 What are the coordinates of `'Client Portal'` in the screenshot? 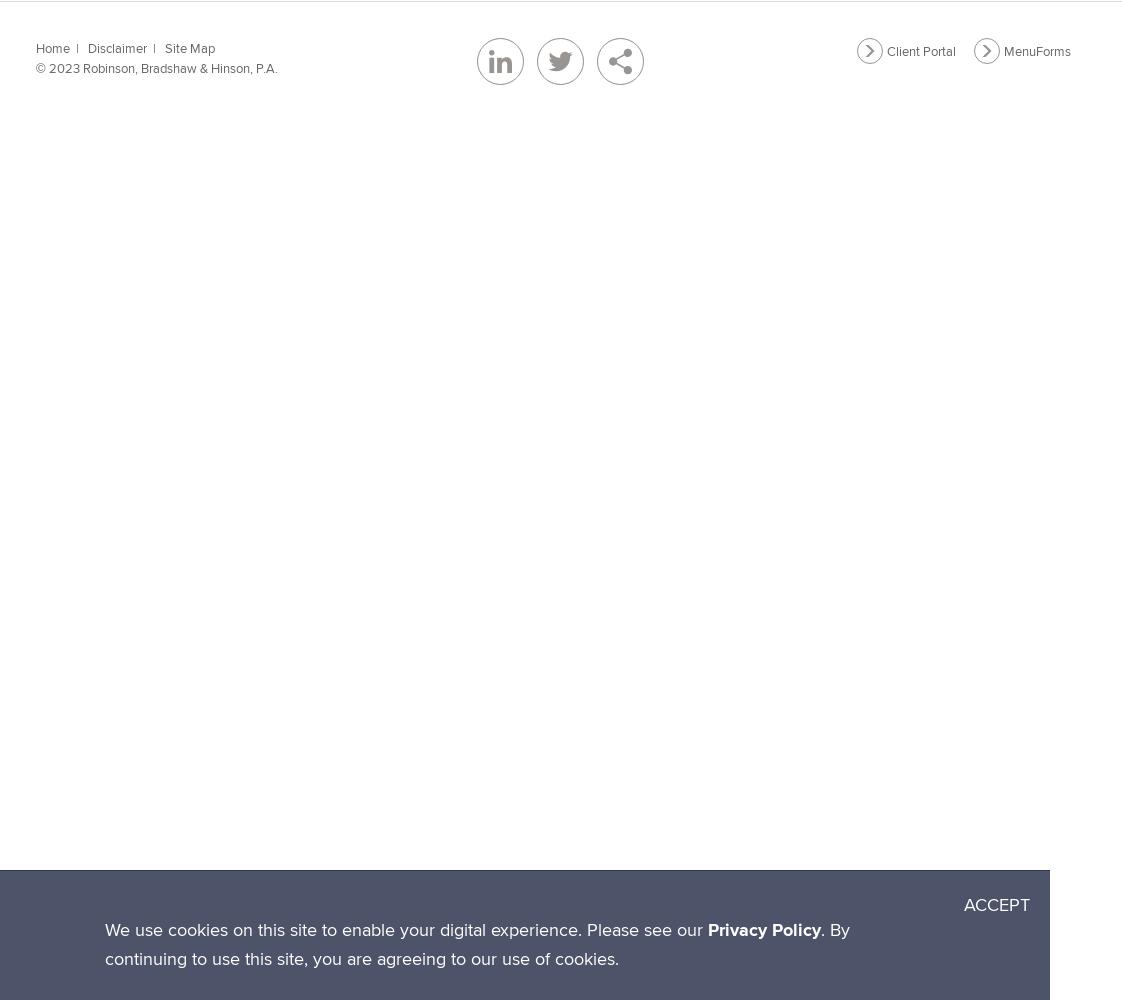 It's located at (920, 51).